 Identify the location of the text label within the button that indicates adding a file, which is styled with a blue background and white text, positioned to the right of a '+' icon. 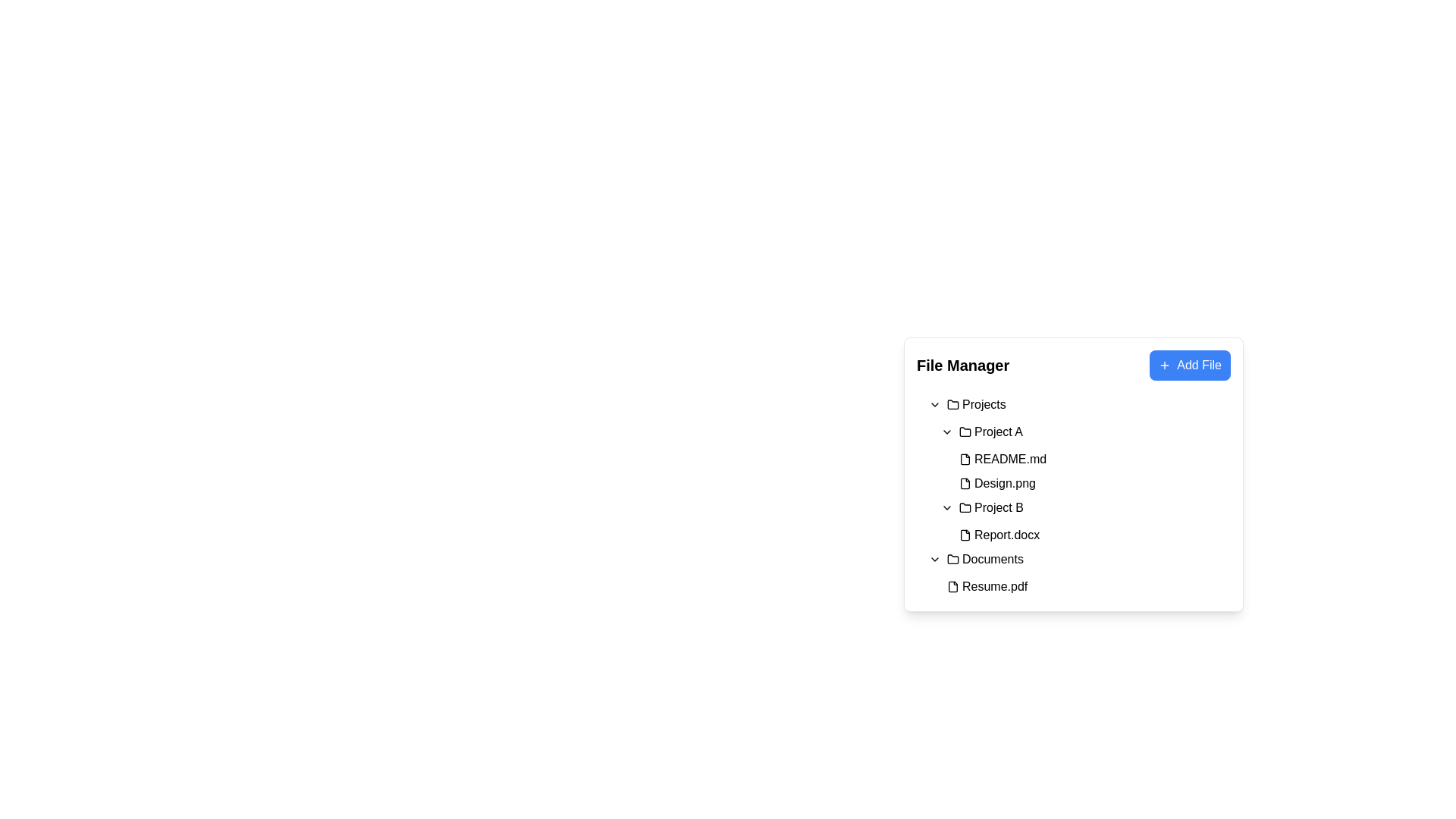
(1198, 366).